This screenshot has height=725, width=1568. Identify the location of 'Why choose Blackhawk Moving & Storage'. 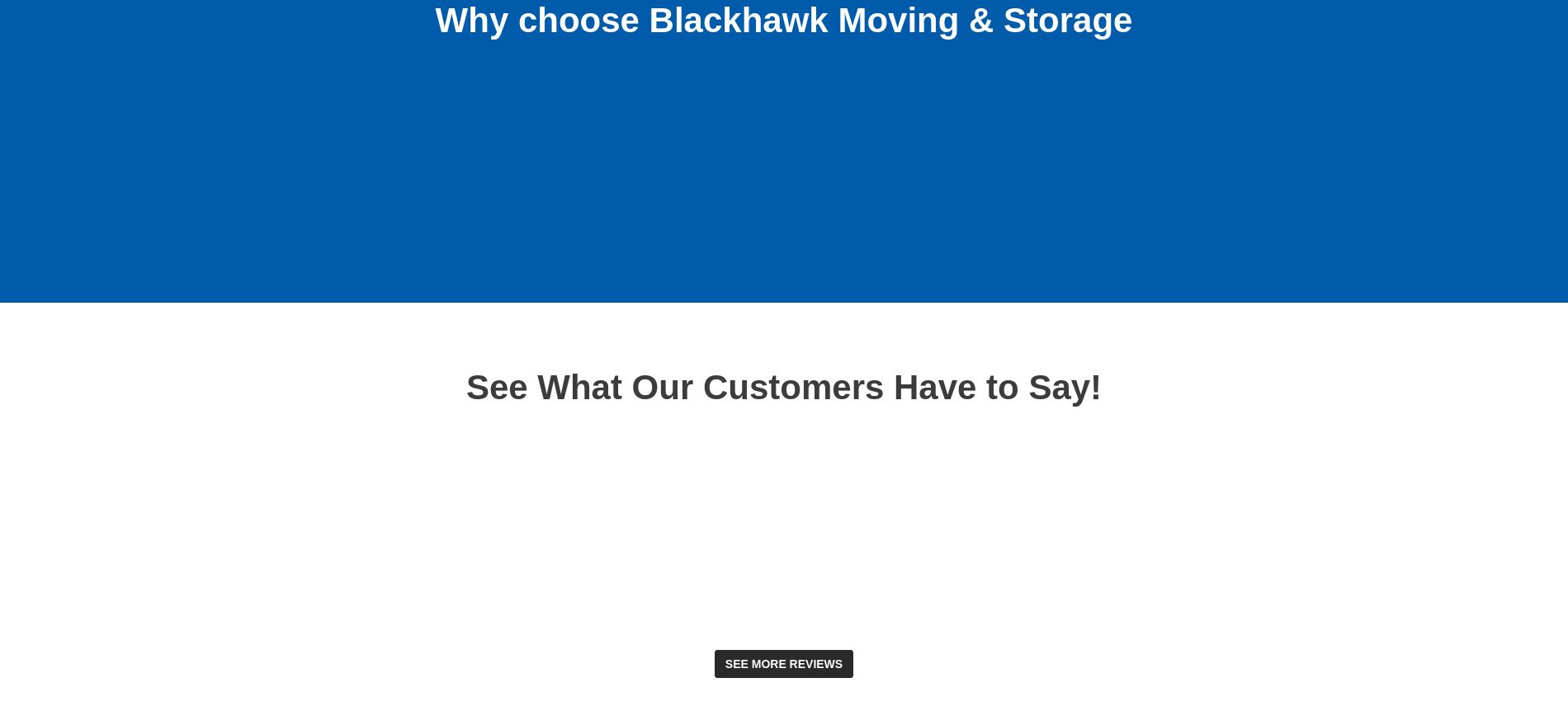
(435, 18).